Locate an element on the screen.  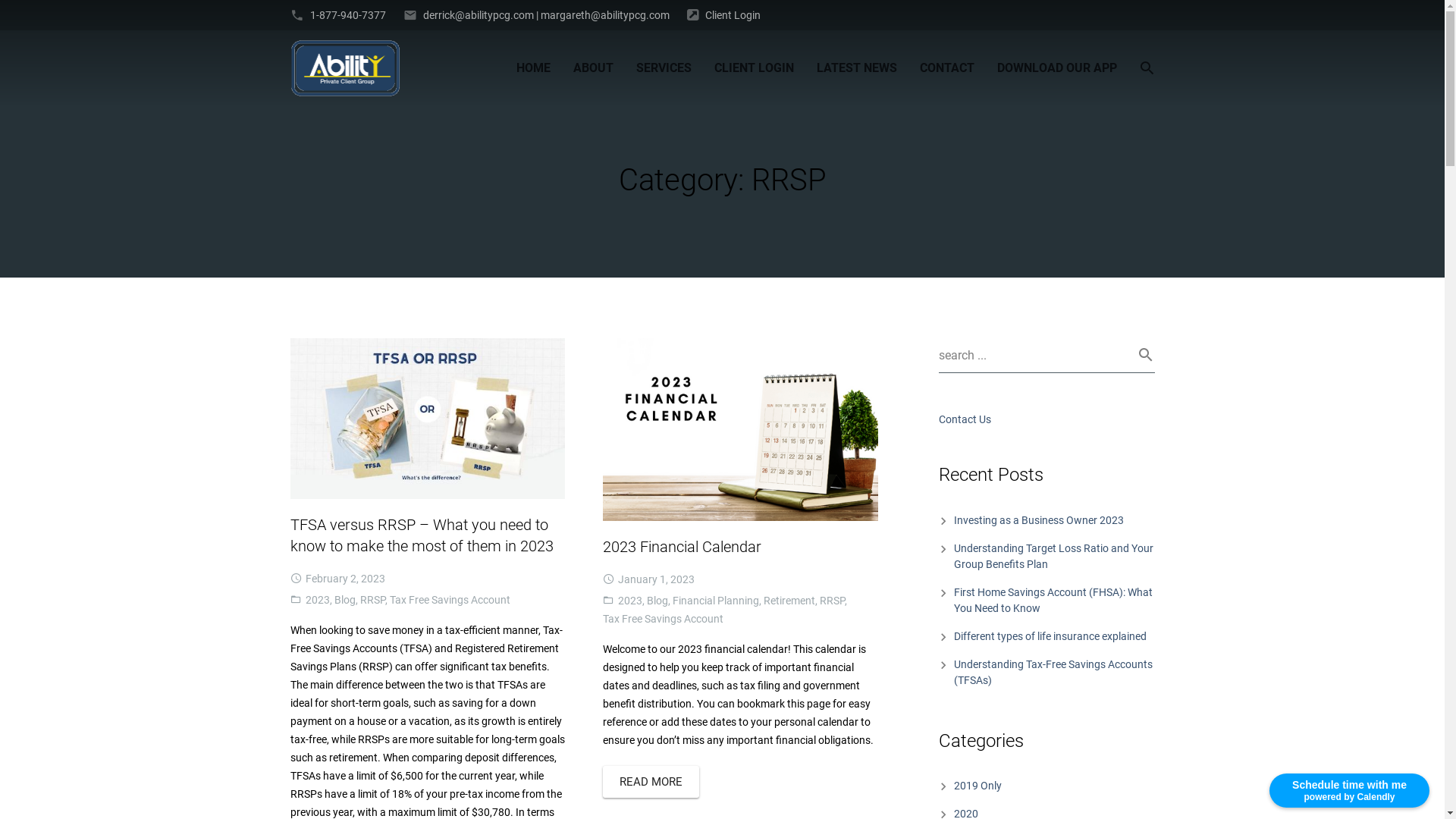
'LATEST NEWS' is located at coordinates (856, 67).